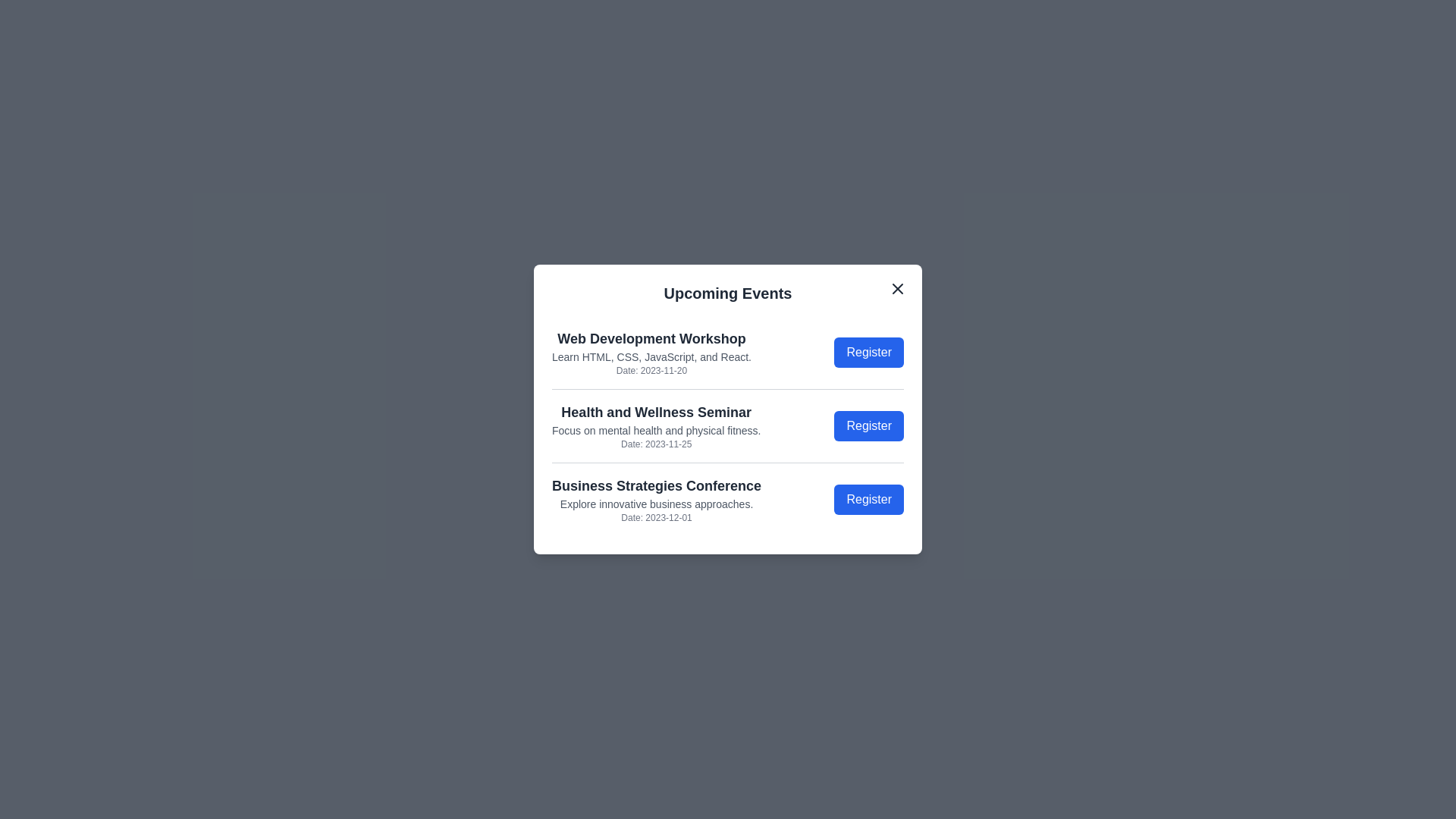 The image size is (1456, 819). I want to click on the details of the selected event: Health and Wellness Seminar, so click(656, 426).